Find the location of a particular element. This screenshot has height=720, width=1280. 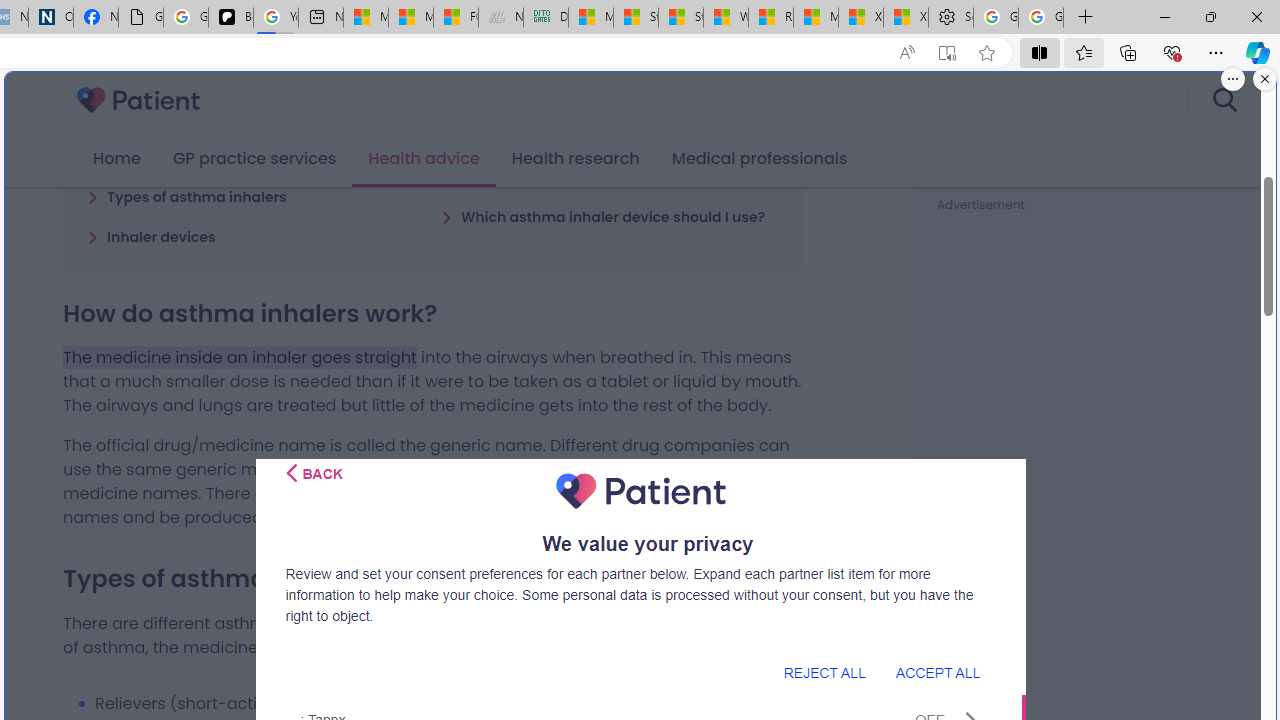

'Medical professionals' is located at coordinates (758, 158).